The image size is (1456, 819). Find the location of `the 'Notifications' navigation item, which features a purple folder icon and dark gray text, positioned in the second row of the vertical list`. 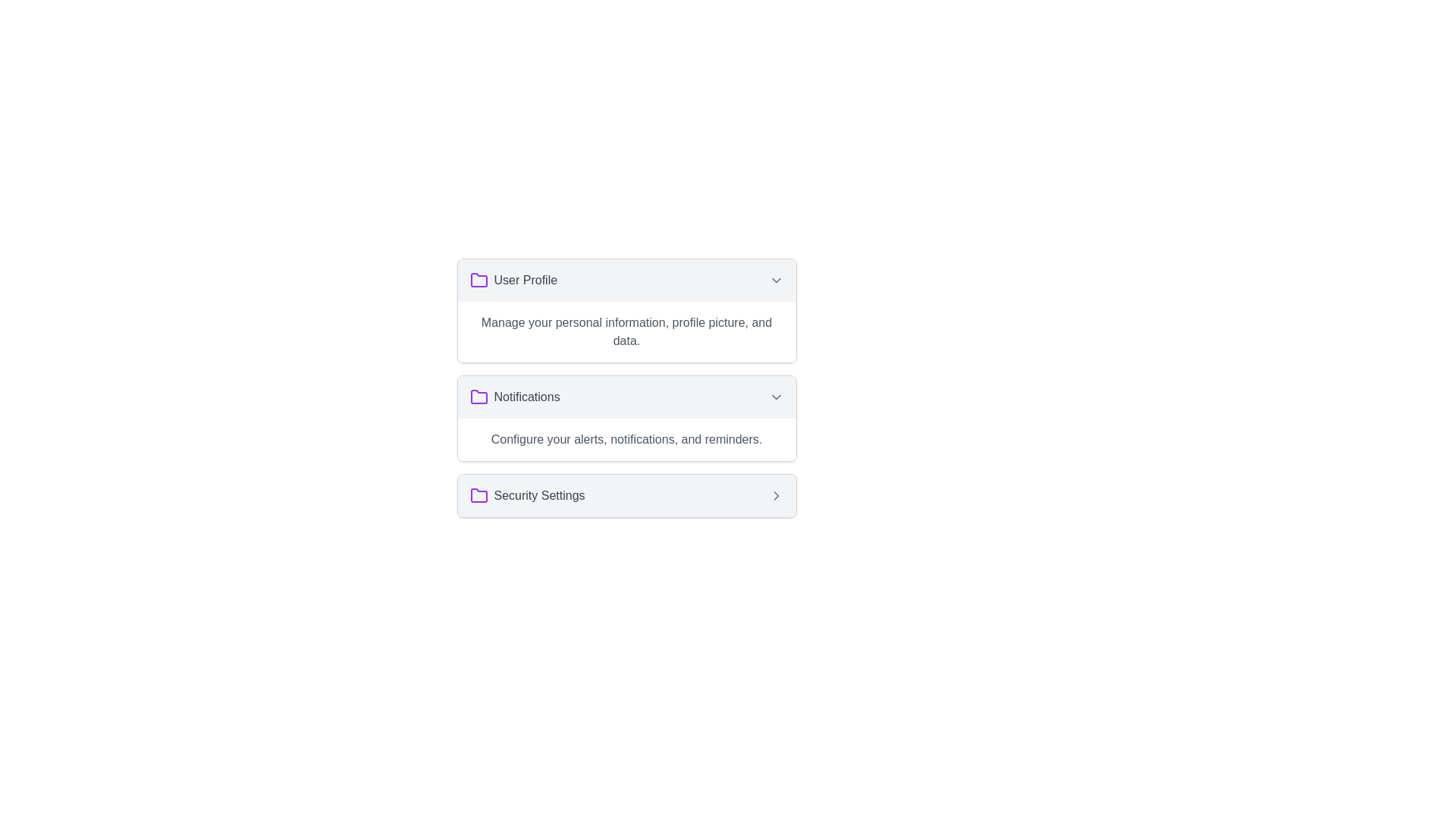

the 'Notifications' navigation item, which features a purple folder icon and dark gray text, positioned in the second row of the vertical list is located at coordinates (515, 397).